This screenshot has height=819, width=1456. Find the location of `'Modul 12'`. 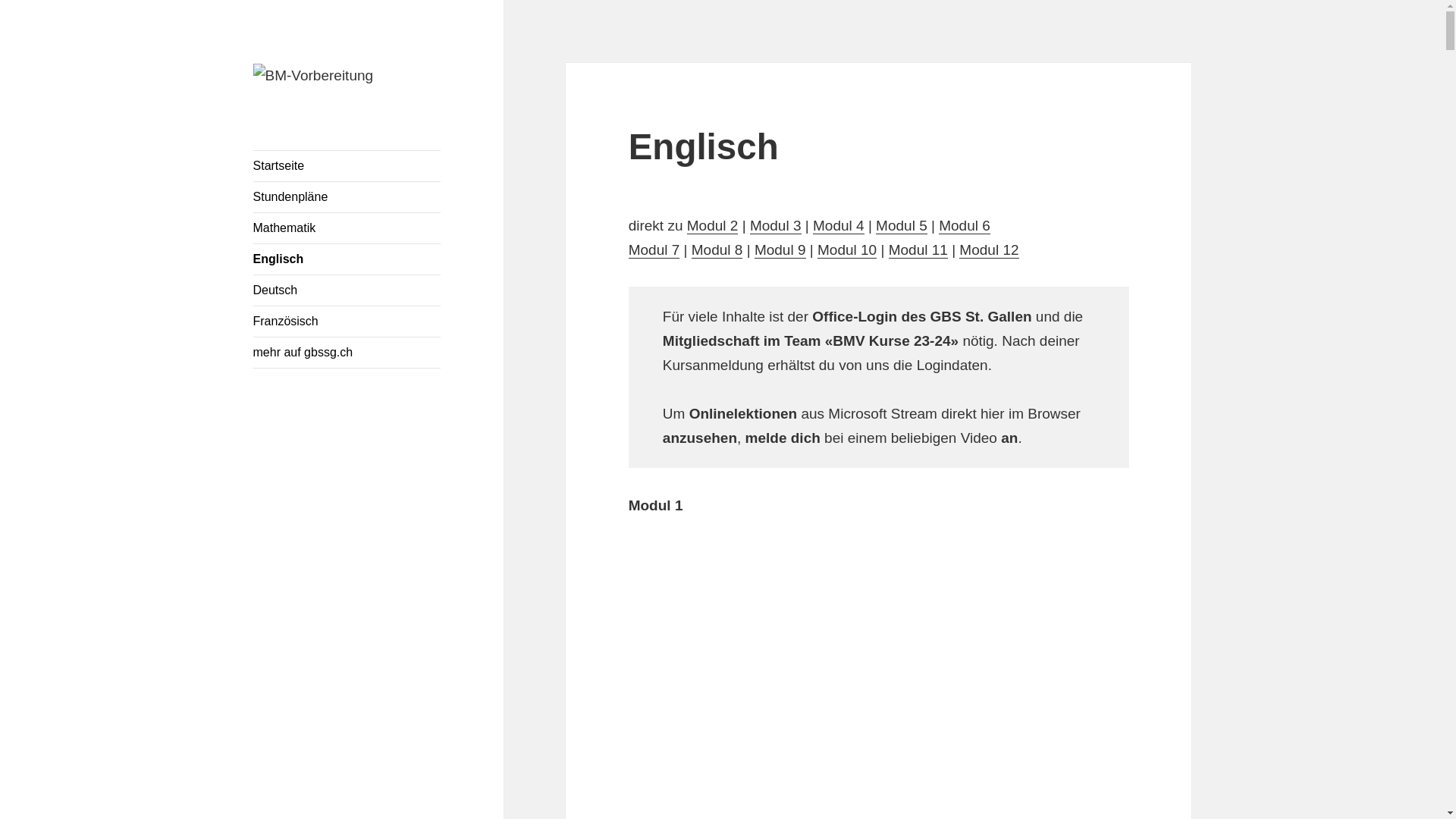

'Modul 12' is located at coordinates (989, 249).